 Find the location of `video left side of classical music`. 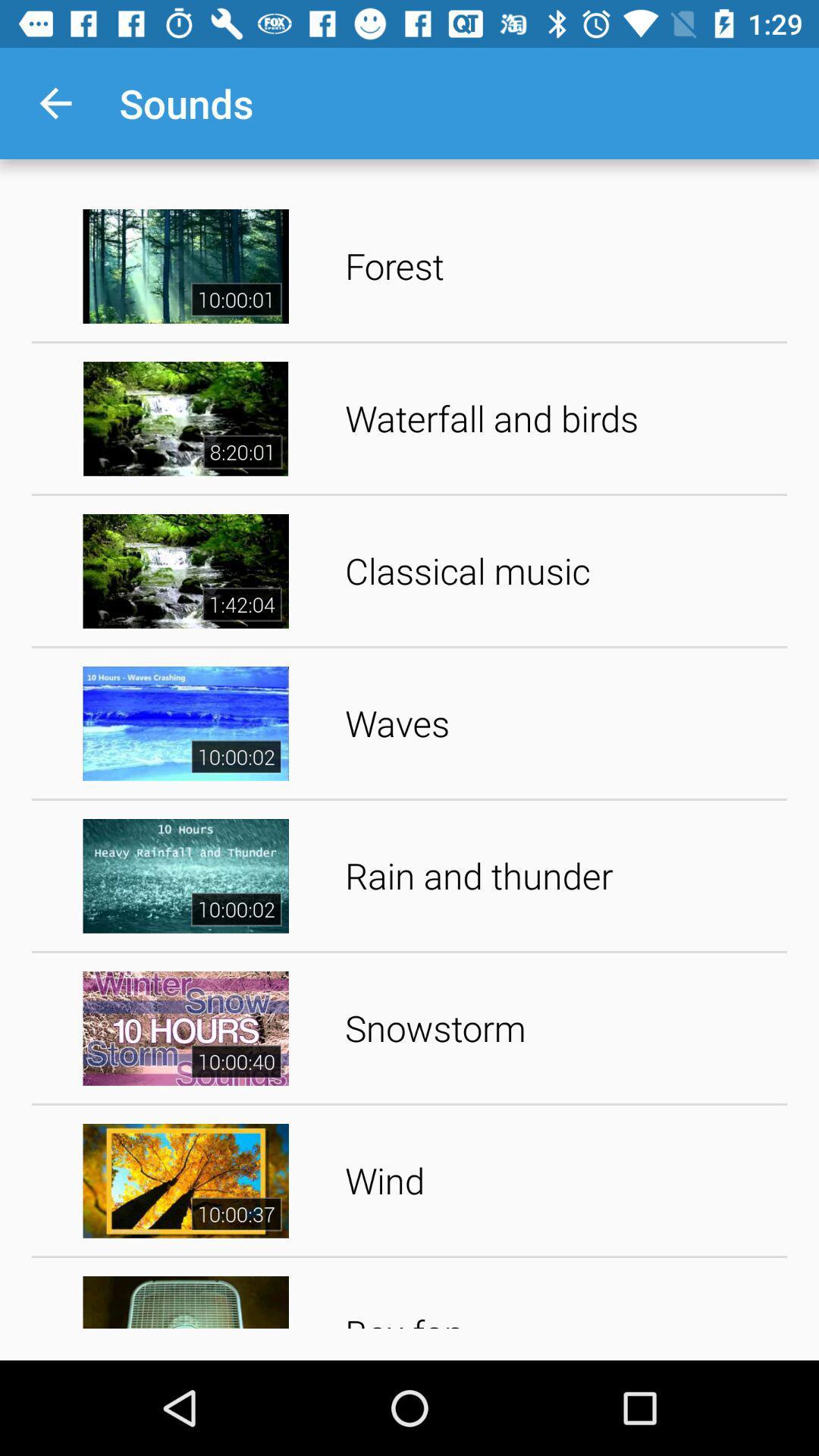

video left side of classical music is located at coordinates (185, 570).